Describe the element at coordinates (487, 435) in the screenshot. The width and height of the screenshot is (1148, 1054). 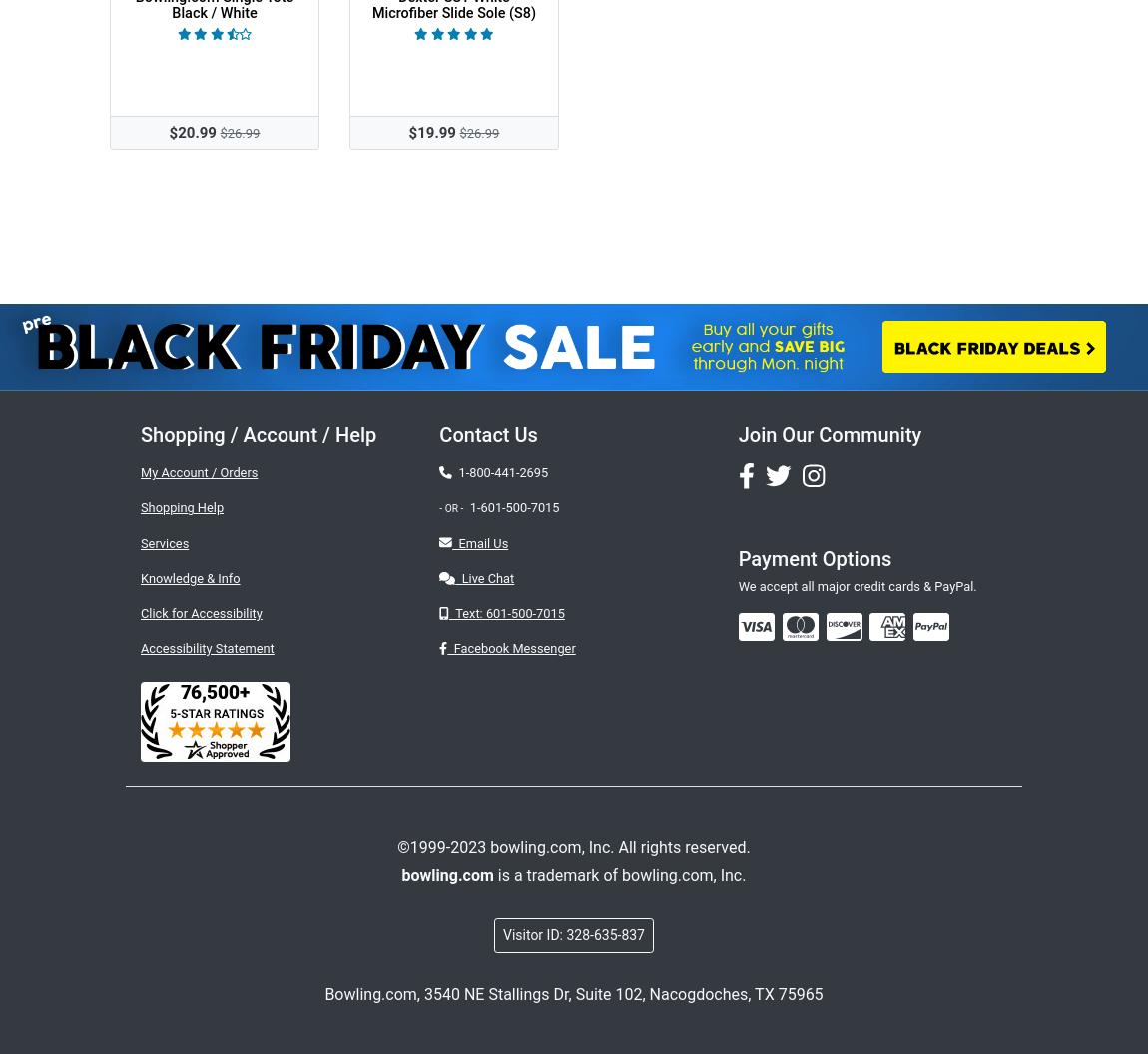
I see `'Contact Us'` at that location.